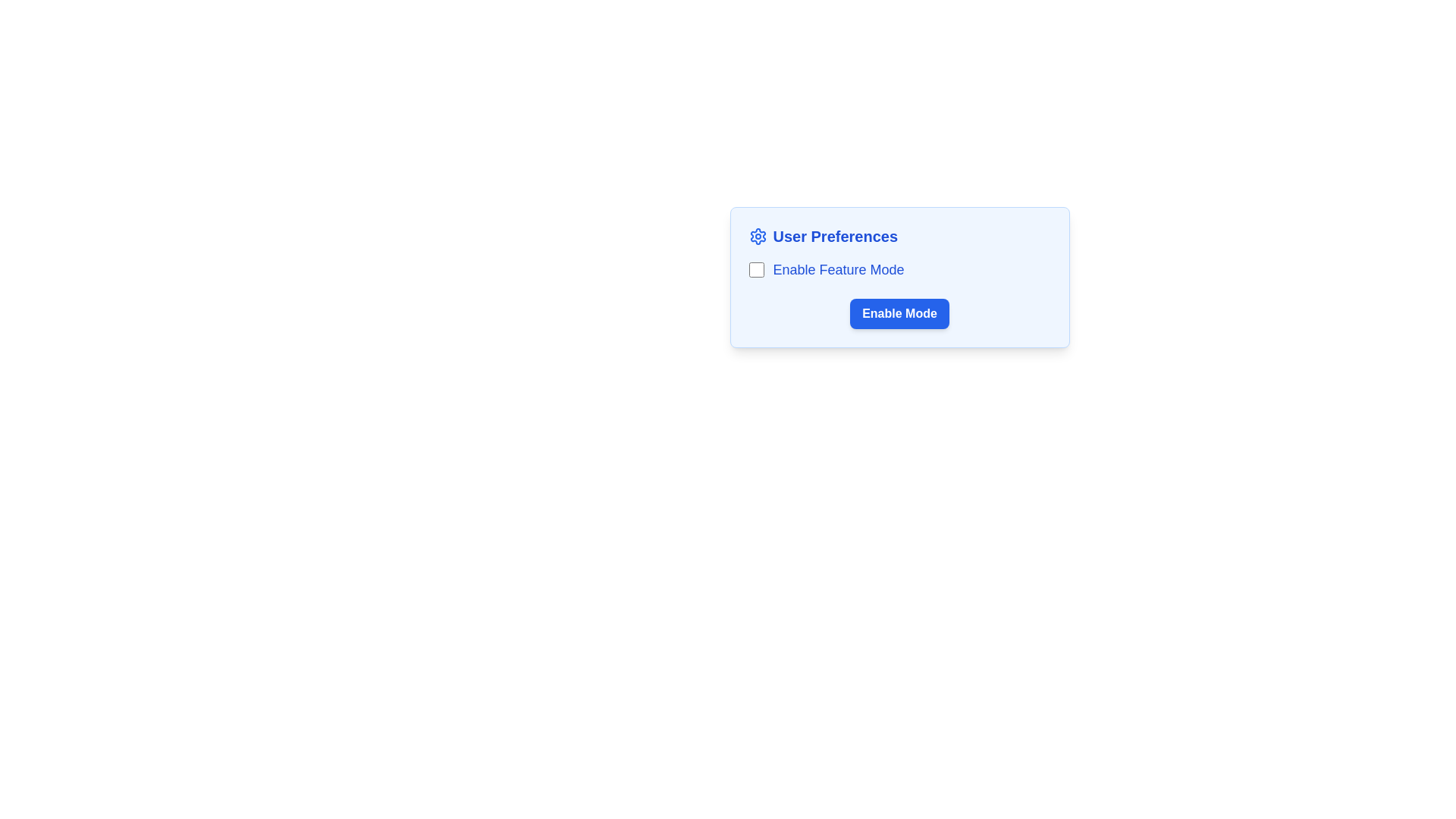 This screenshot has height=819, width=1456. Describe the element at coordinates (834, 237) in the screenshot. I see `text label displaying 'User Preferences', which is a bold, blue font adjacent to a cogwheel icon in a light blue section` at that location.